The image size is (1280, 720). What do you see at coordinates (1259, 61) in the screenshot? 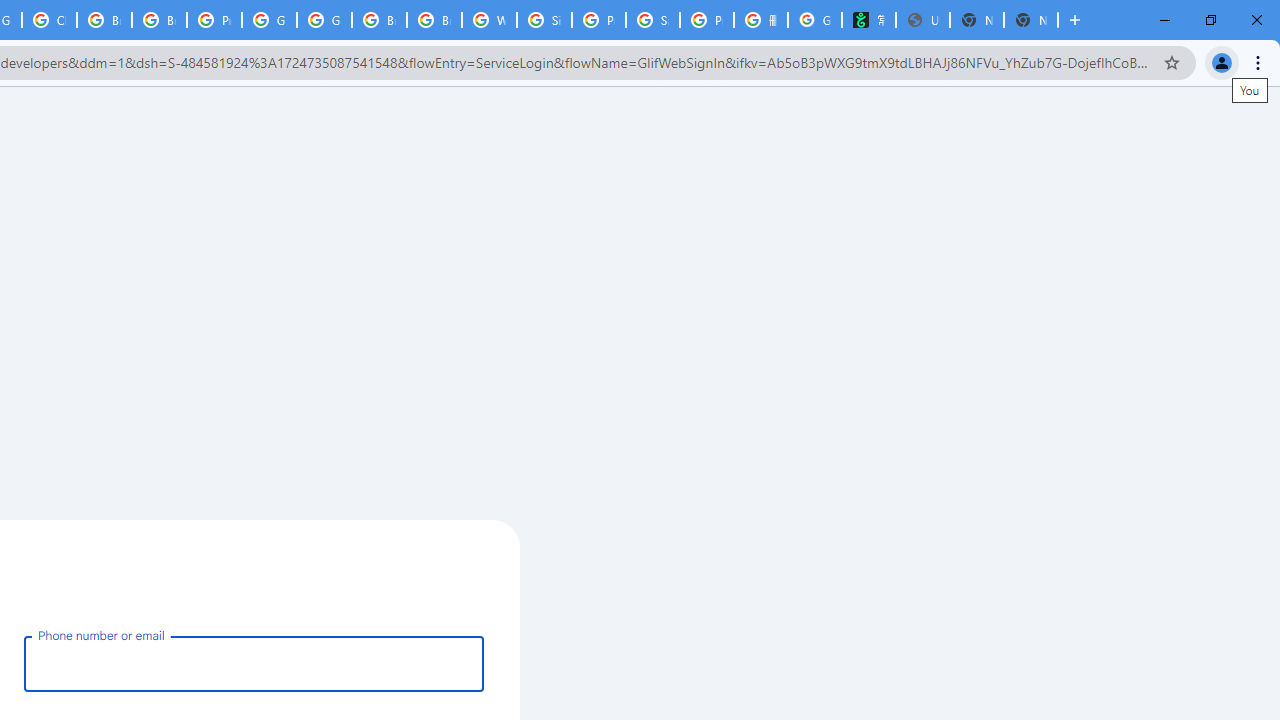
I see `'Chrome'` at bounding box center [1259, 61].